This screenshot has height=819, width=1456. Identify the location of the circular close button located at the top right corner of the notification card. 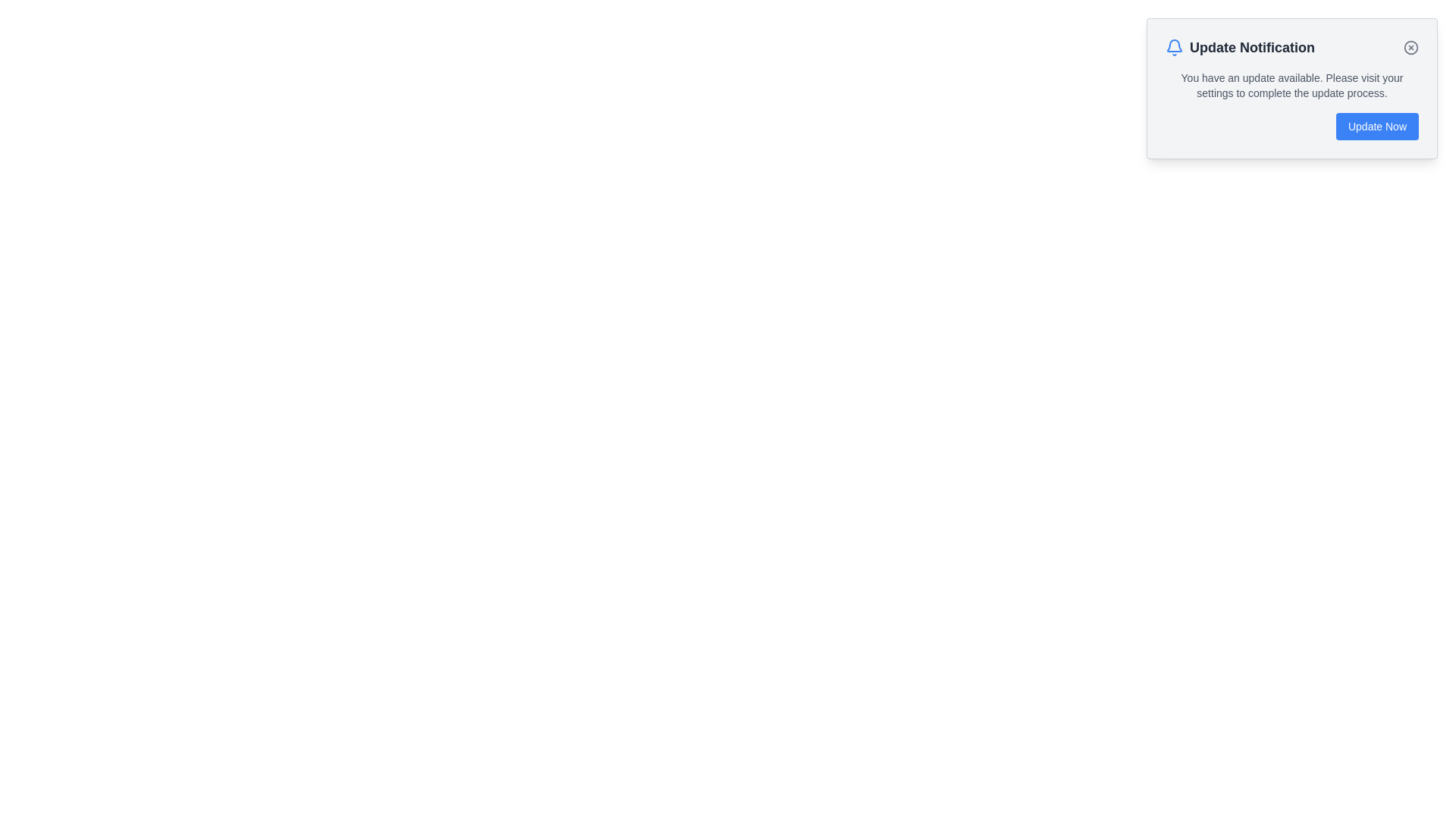
(1410, 46).